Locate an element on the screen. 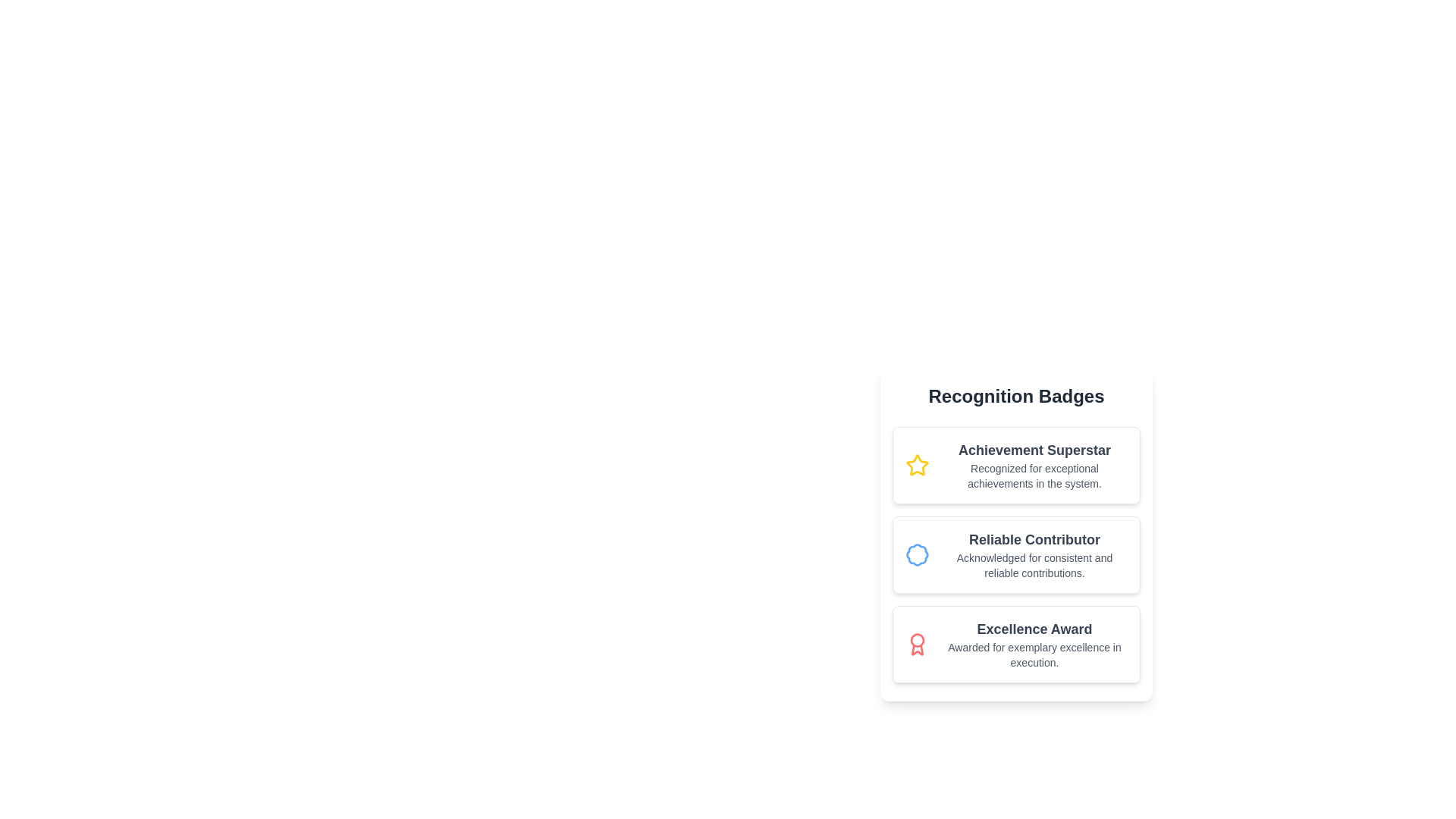 This screenshot has width=1456, height=819. bold, large gray text labeled 'Achievement Superstar' located at the top of the first recognition badge is located at coordinates (1034, 450).